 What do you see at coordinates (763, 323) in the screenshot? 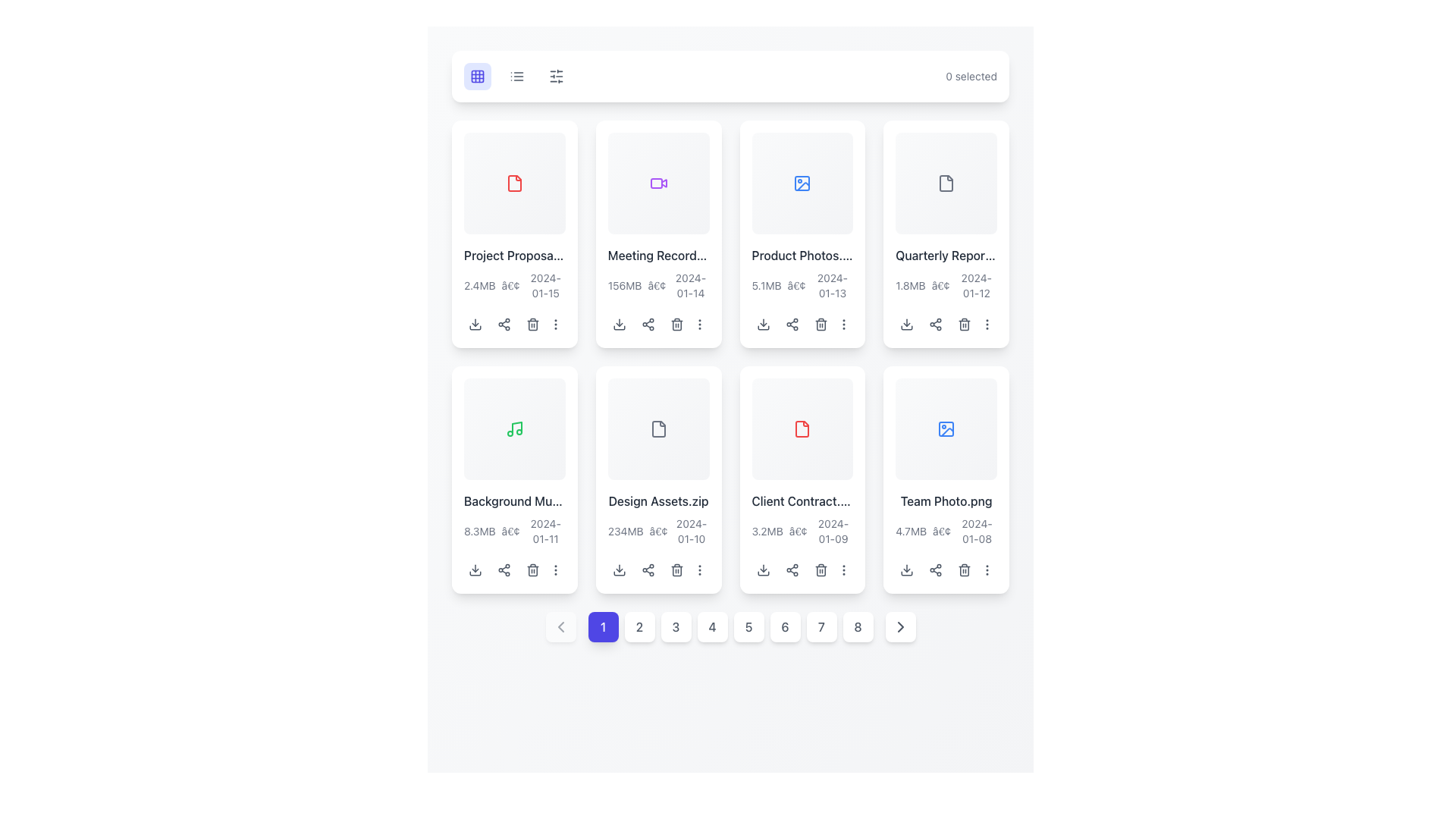
I see `the download button icon for the file 'Product Photos.jpg'` at bounding box center [763, 323].